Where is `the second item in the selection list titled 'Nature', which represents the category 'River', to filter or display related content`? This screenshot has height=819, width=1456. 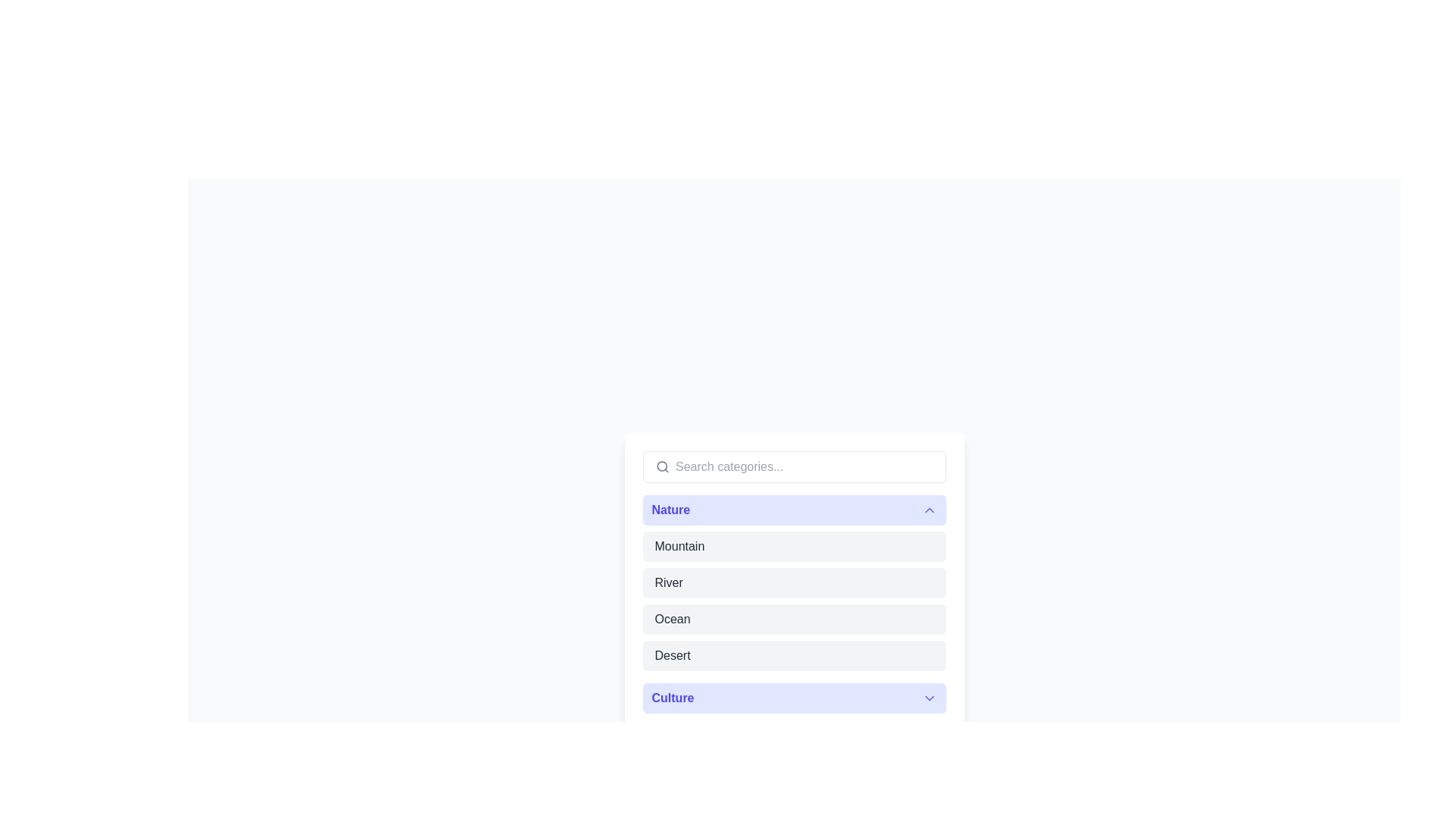 the second item in the selection list titled 'Nature', which represents the category 'River', to filter or display related content is located at coordinates (793, 582).